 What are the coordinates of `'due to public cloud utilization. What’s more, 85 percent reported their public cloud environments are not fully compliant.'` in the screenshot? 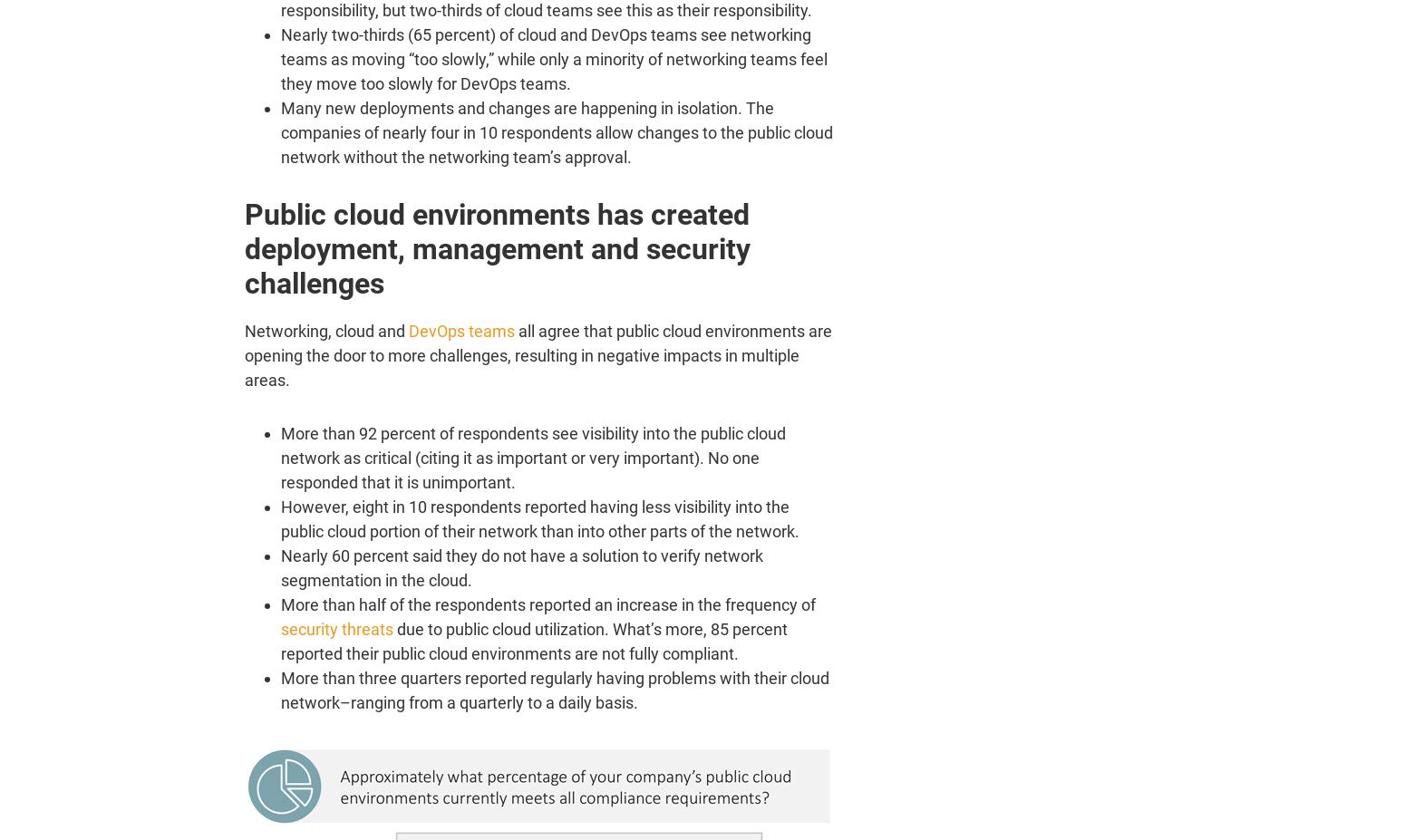 It's located at (534, 641).